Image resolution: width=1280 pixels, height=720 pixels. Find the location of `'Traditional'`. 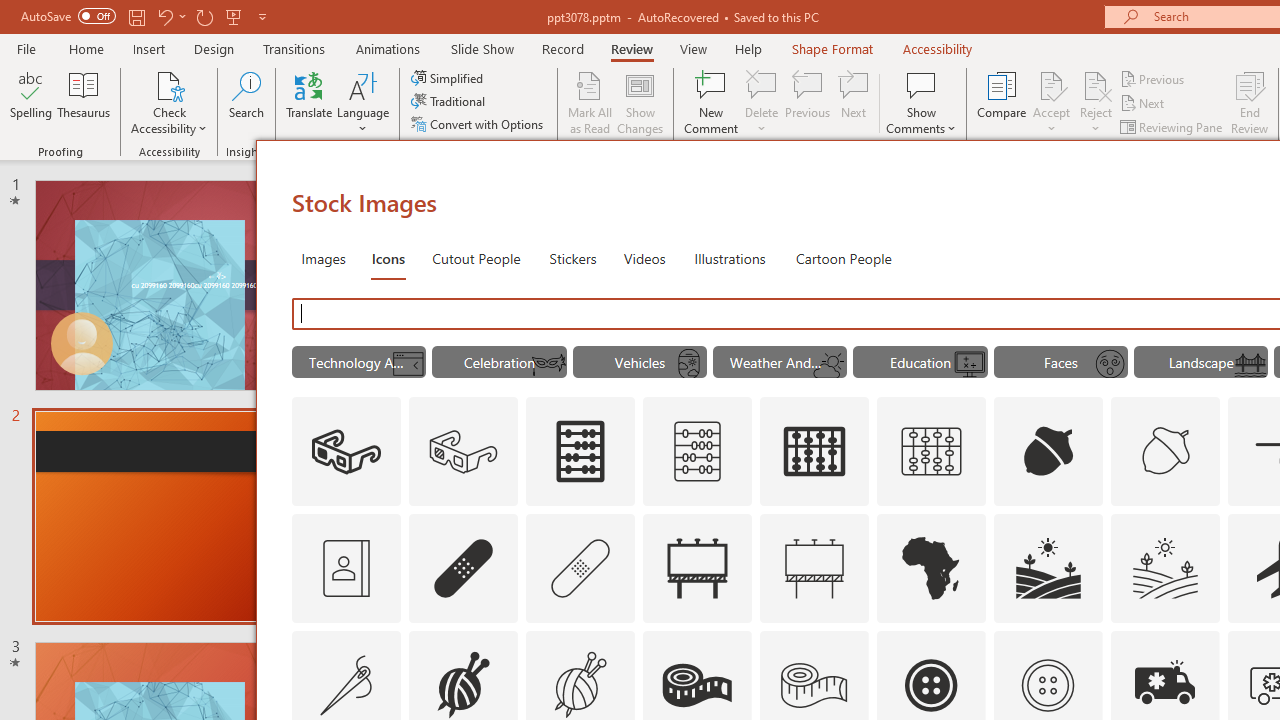

'Traditional' is located at coordinates (448, 101).